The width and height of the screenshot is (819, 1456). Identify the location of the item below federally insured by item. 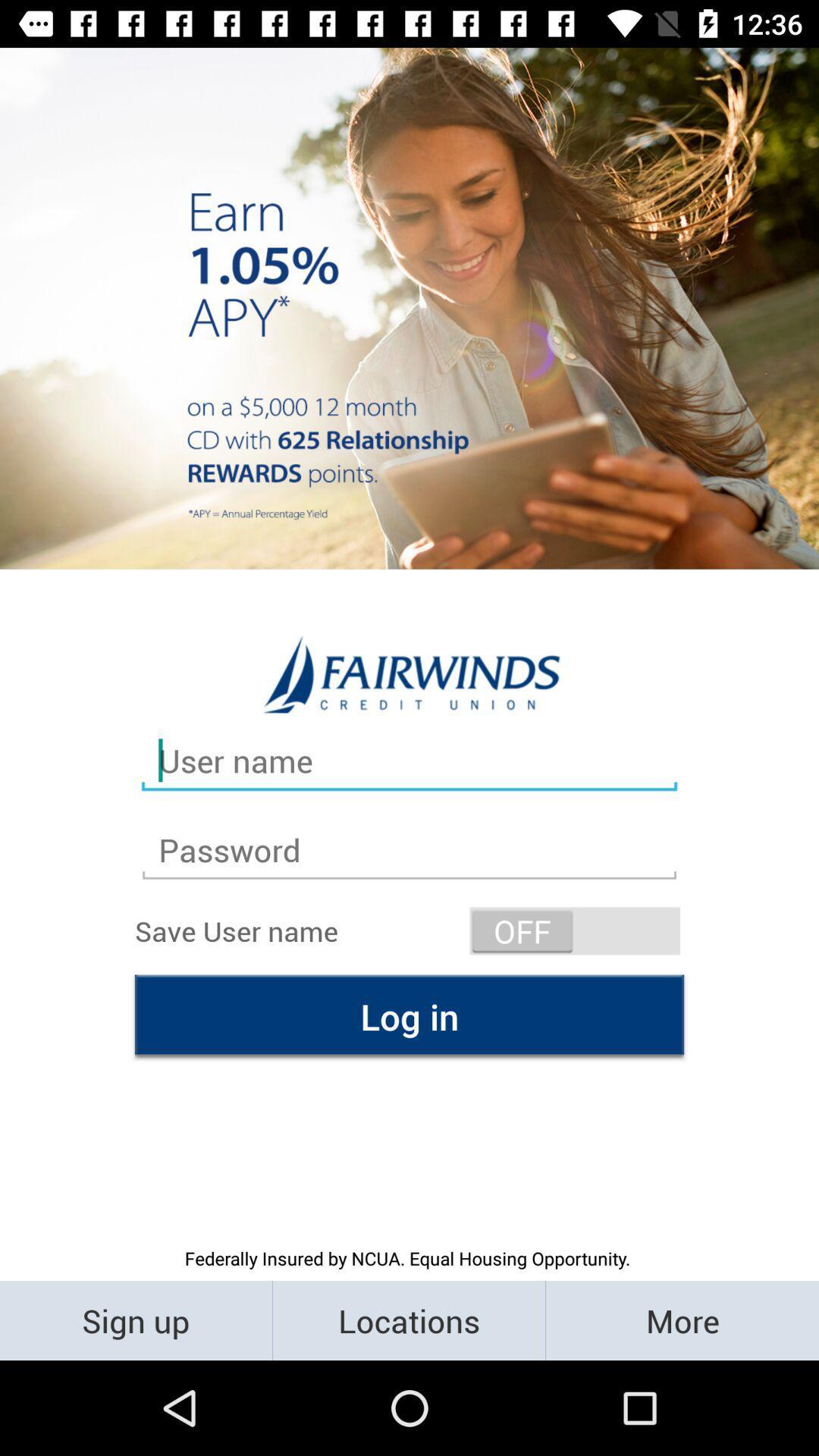
(135, 1319).